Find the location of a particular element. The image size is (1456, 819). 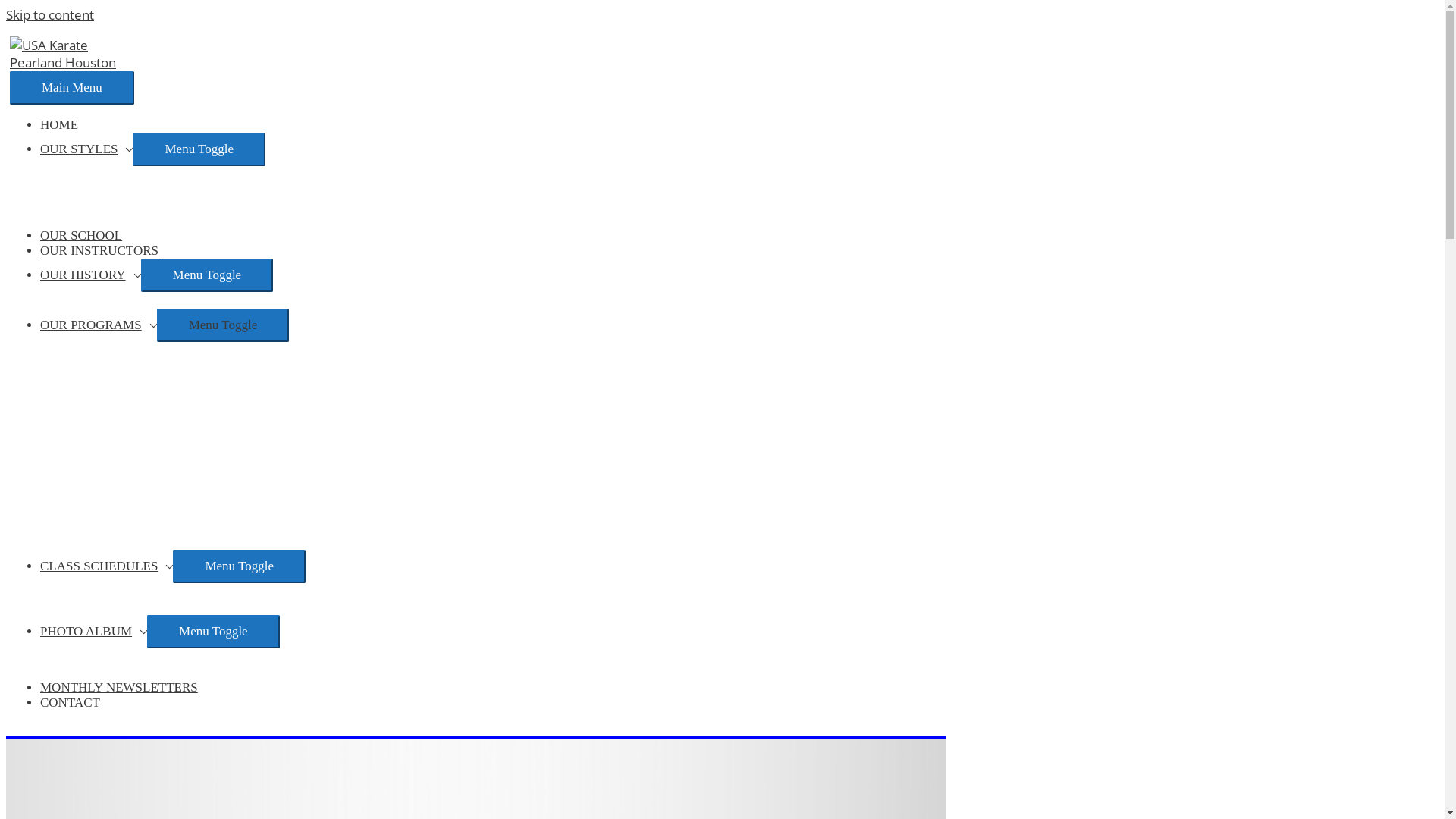

'OUR SCHOOL' is located at coordinates (80, 235).